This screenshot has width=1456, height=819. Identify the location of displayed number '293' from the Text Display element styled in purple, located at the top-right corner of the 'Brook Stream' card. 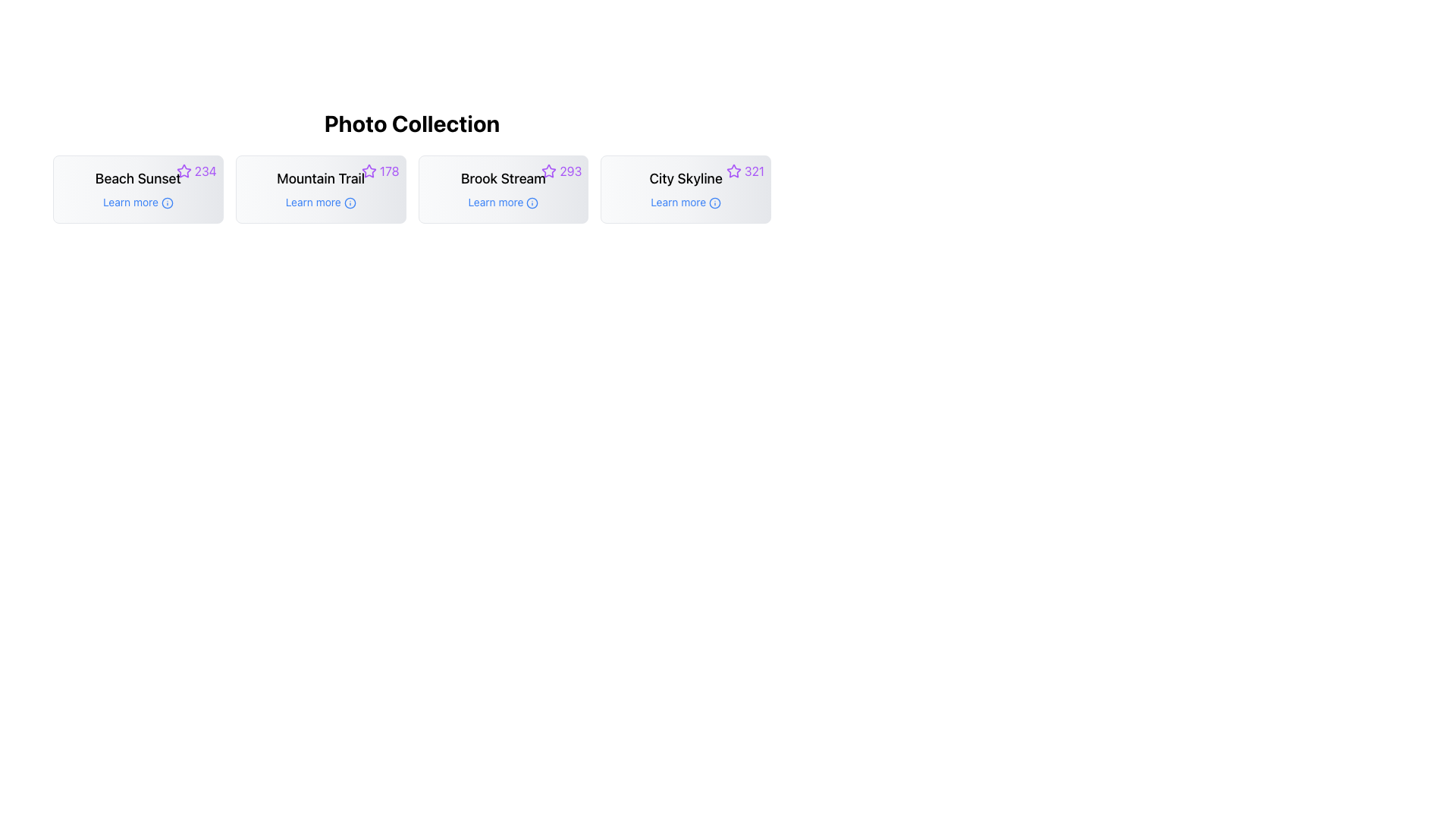
(570, 171).